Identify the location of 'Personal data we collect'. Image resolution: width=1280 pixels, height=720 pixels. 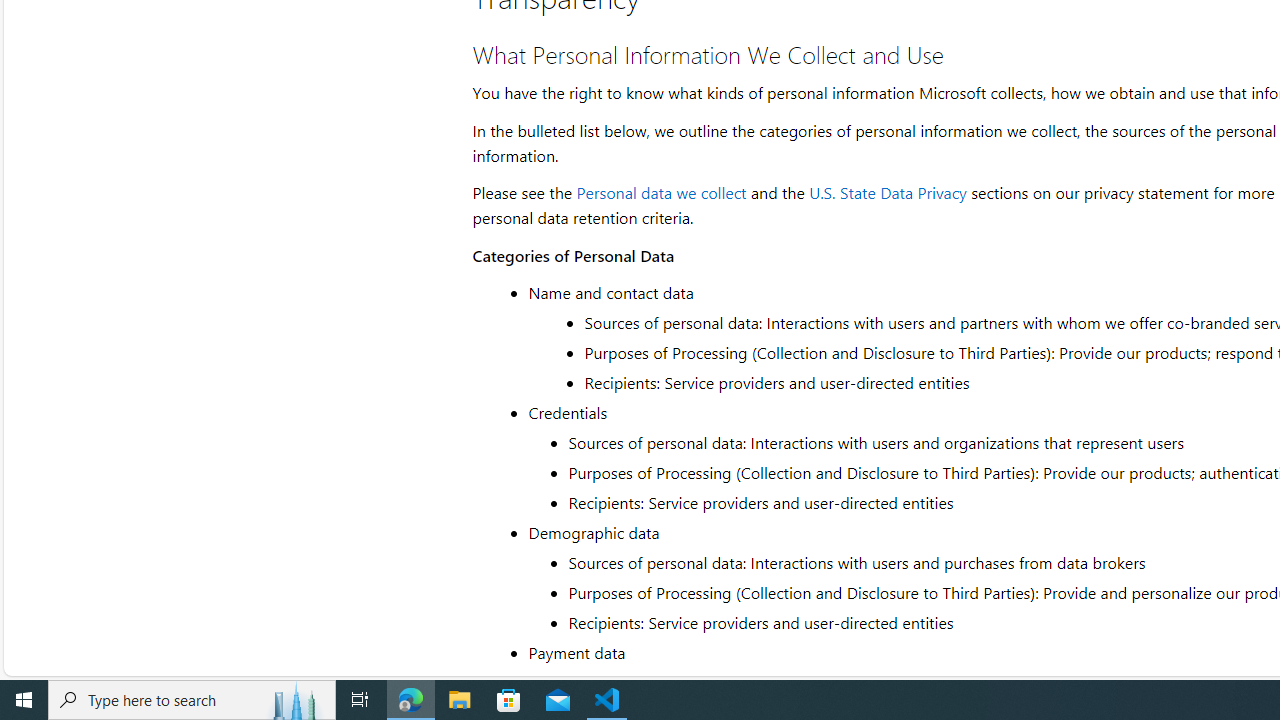
(661, 192).